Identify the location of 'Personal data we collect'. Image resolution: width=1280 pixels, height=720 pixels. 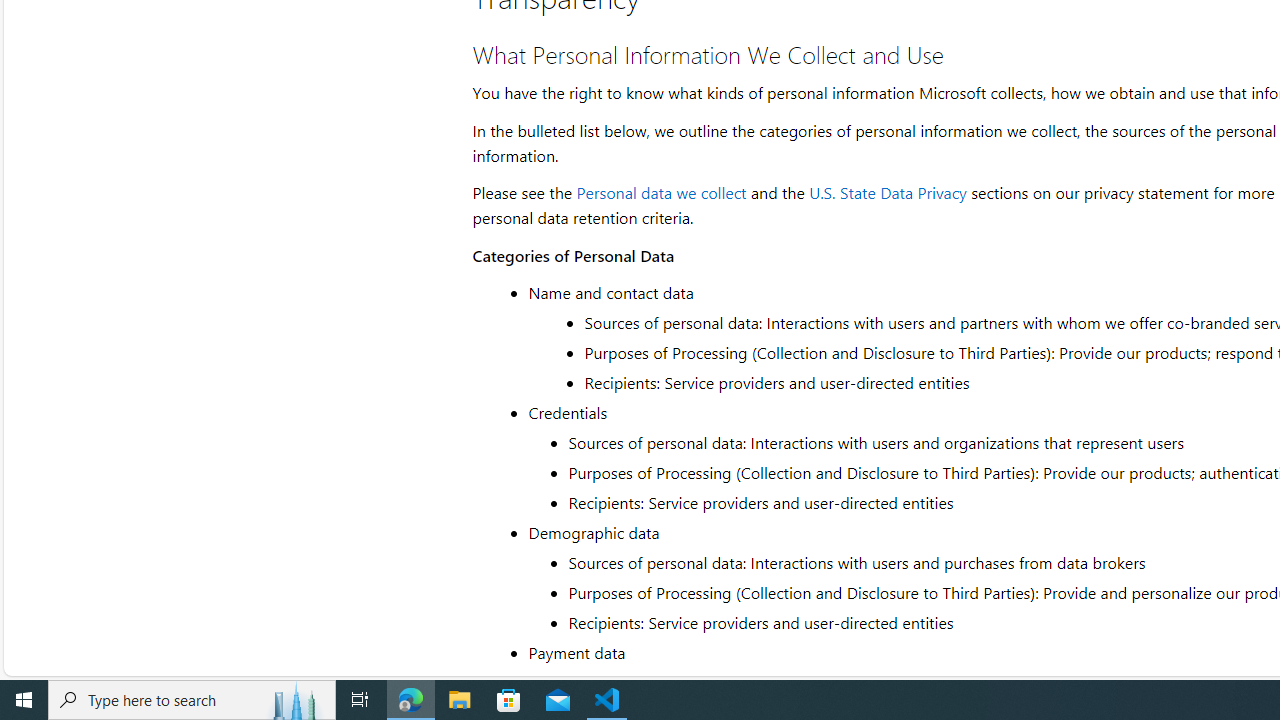
(661, 192).